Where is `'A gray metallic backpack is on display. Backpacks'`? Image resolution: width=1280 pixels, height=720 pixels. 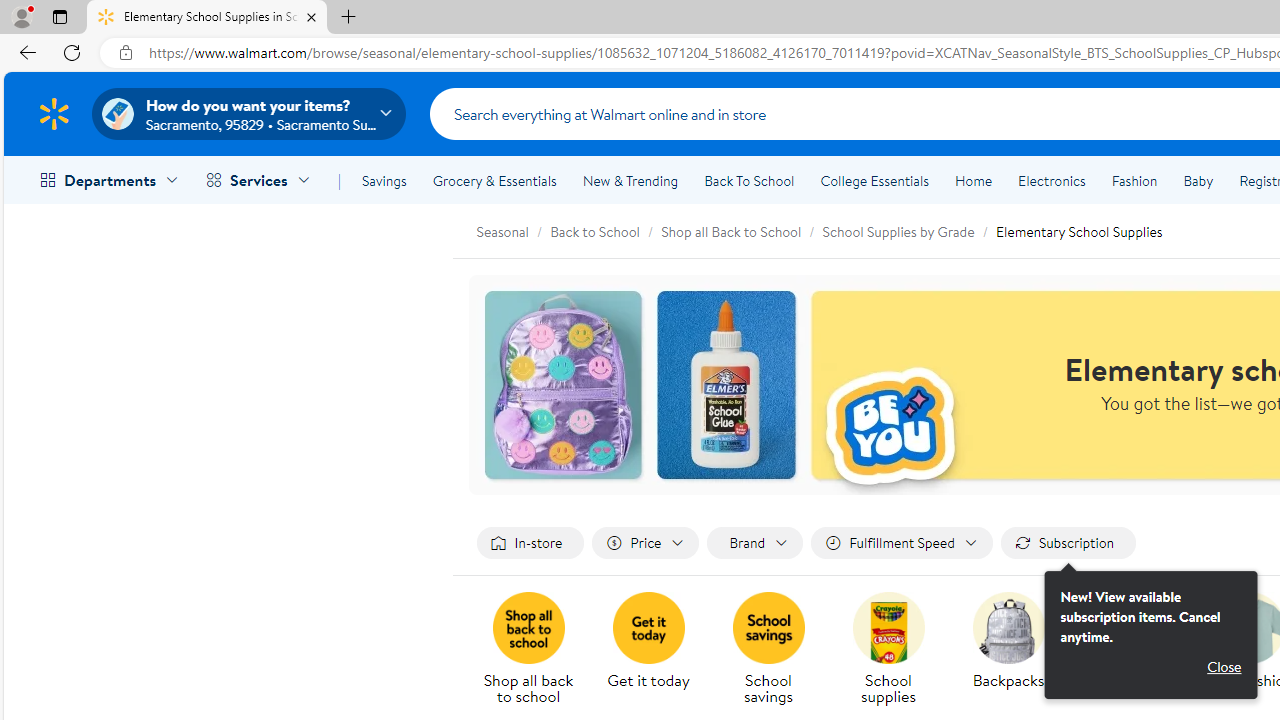
'A gray metallic backpack is on display. Backpacks' is located at coordinates (1008, 642).